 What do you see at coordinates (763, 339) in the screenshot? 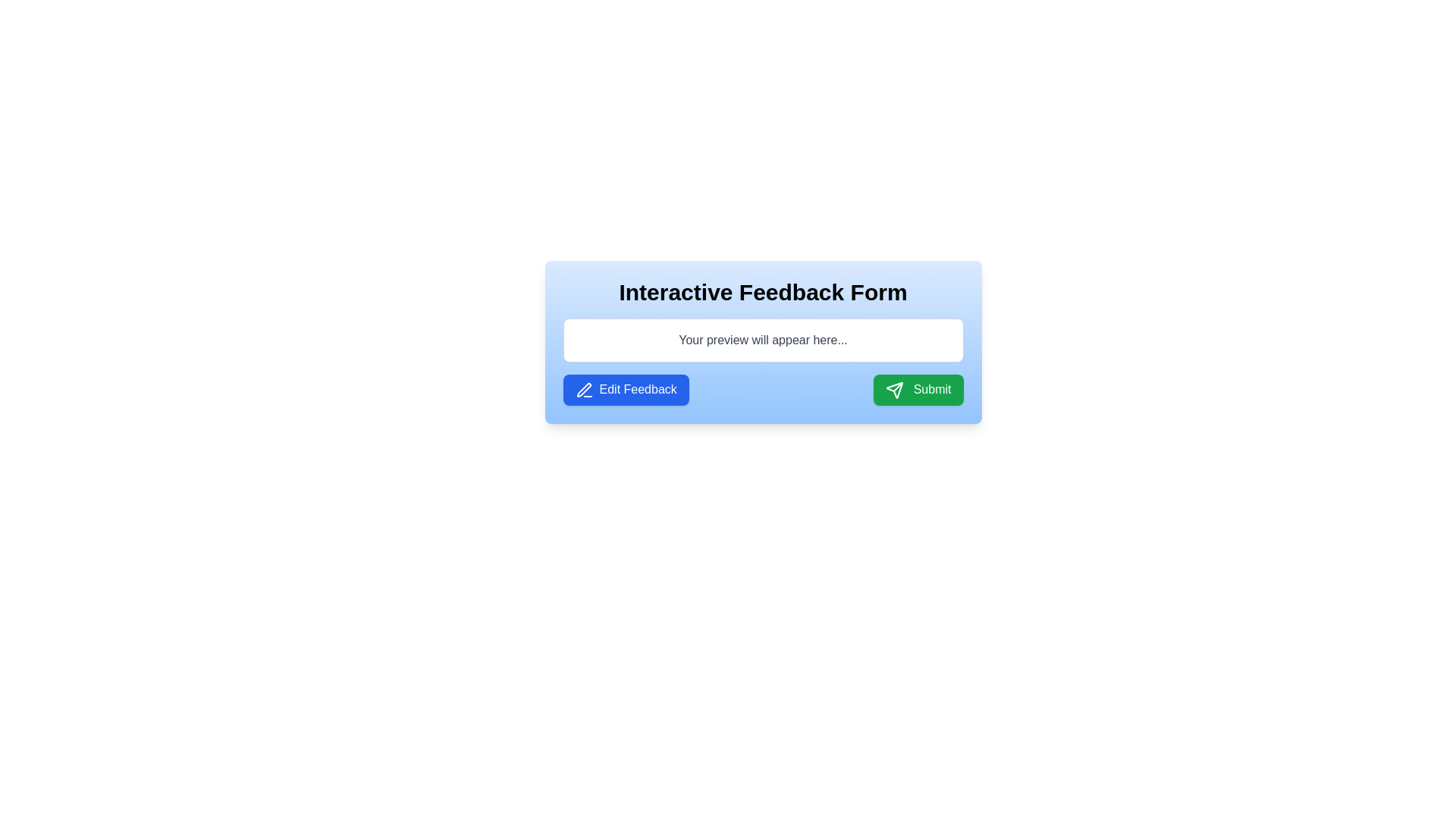
I see `the static text that provides information about the preview of user input in the 'Interactive Feedback Form', located in the center of a white rectangular box beneath the title and above the buttons` at bounding box center [763, 339].